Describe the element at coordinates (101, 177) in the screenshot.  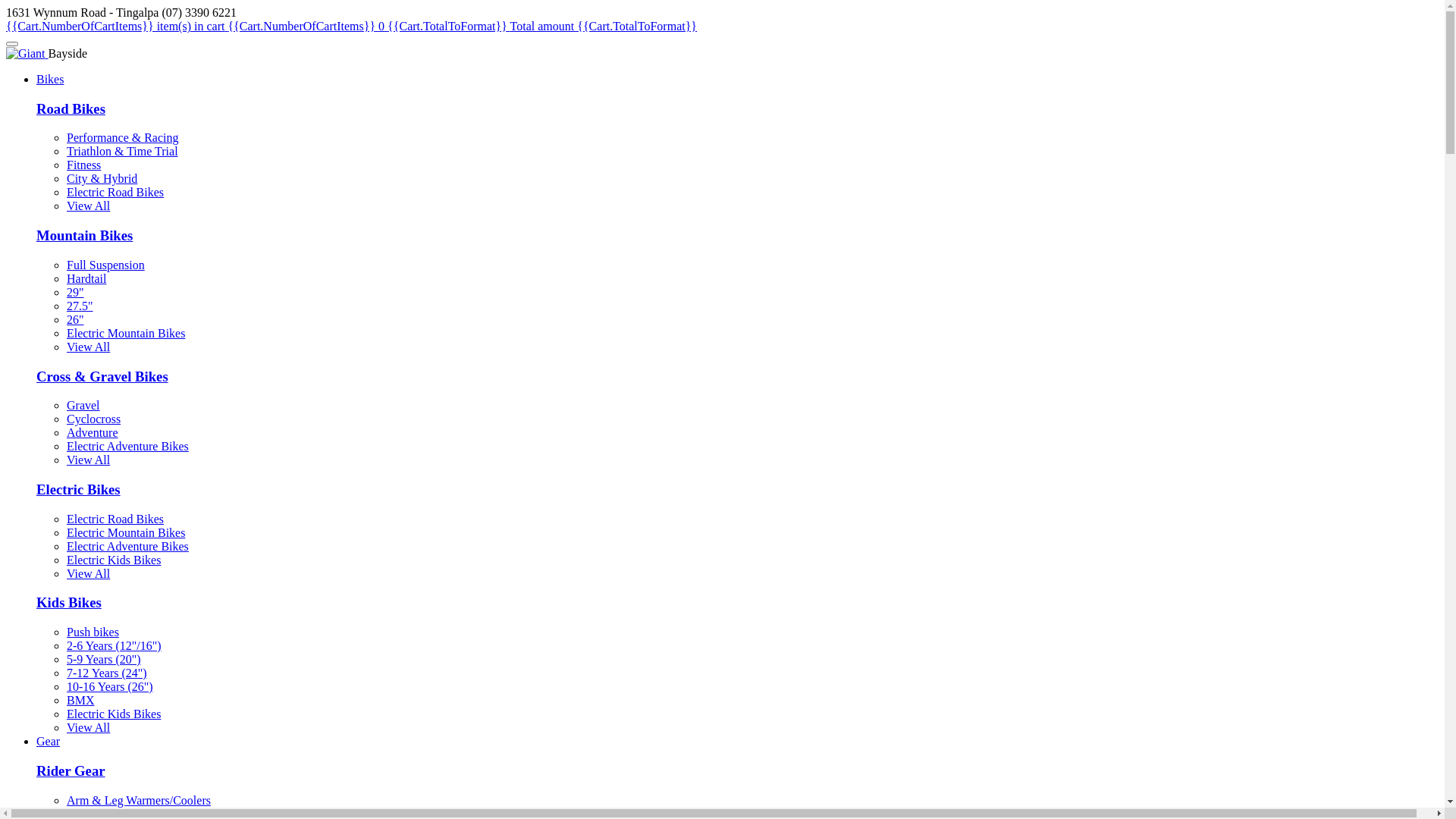
I see `'City & Hybrid'` at that location.